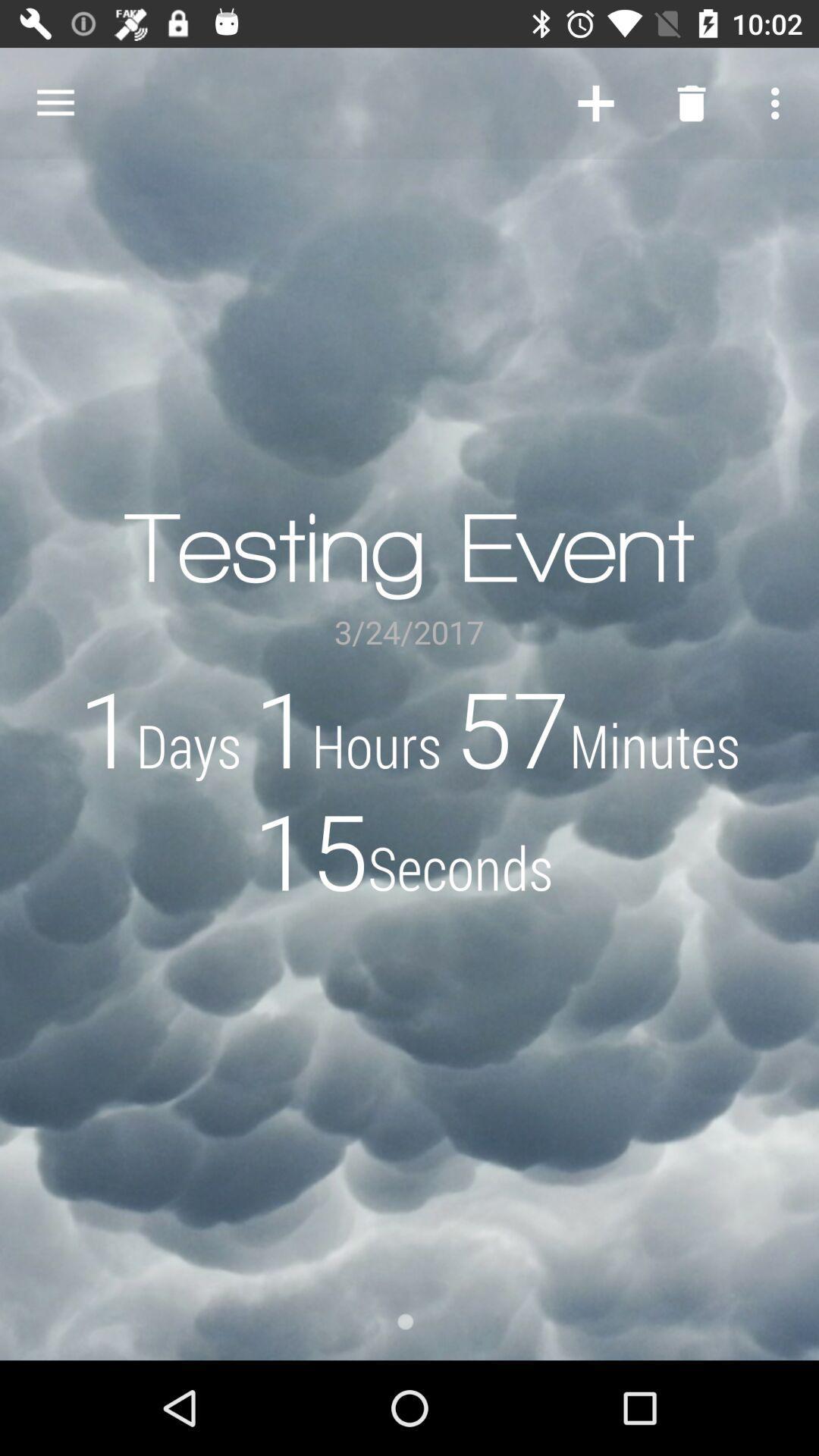 The width and height of the screenshot is (819, 1456). Describe the element at coordinates (595, 102) in the screenshot. I see `the icon to the right of the testing event` at that location.